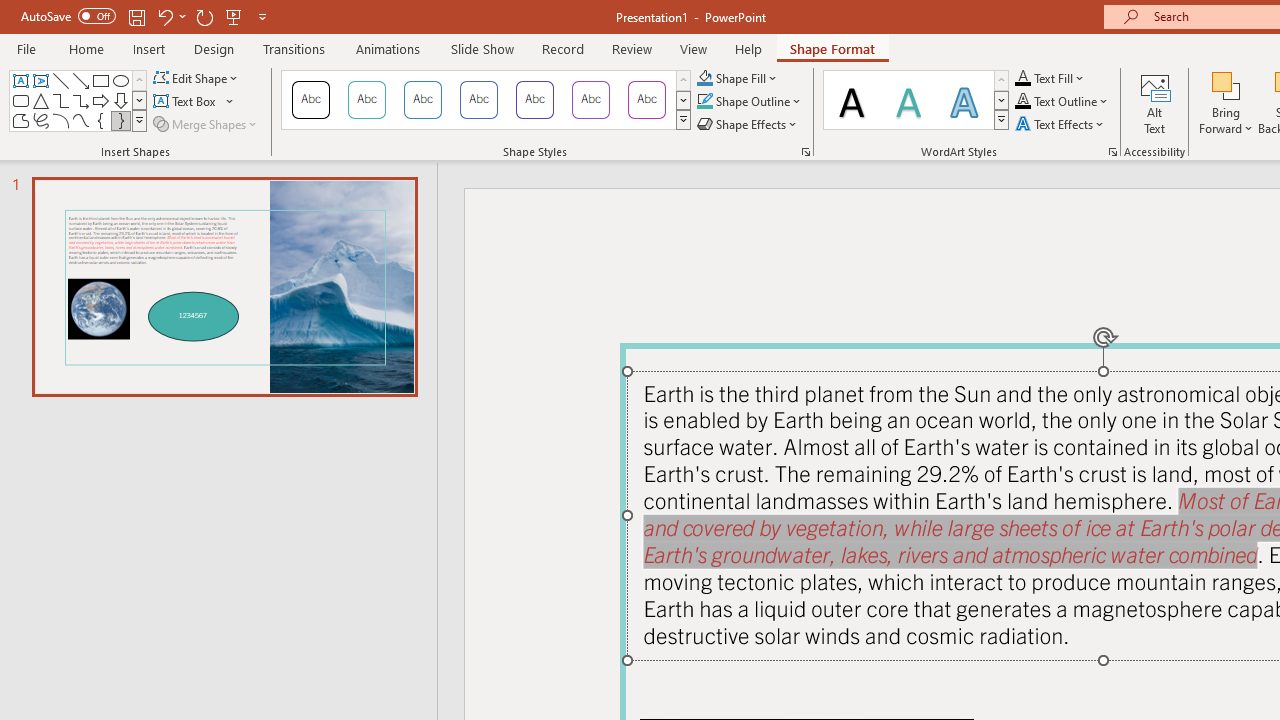  I want to click on 'Merge Shapes', so click(206, 124).